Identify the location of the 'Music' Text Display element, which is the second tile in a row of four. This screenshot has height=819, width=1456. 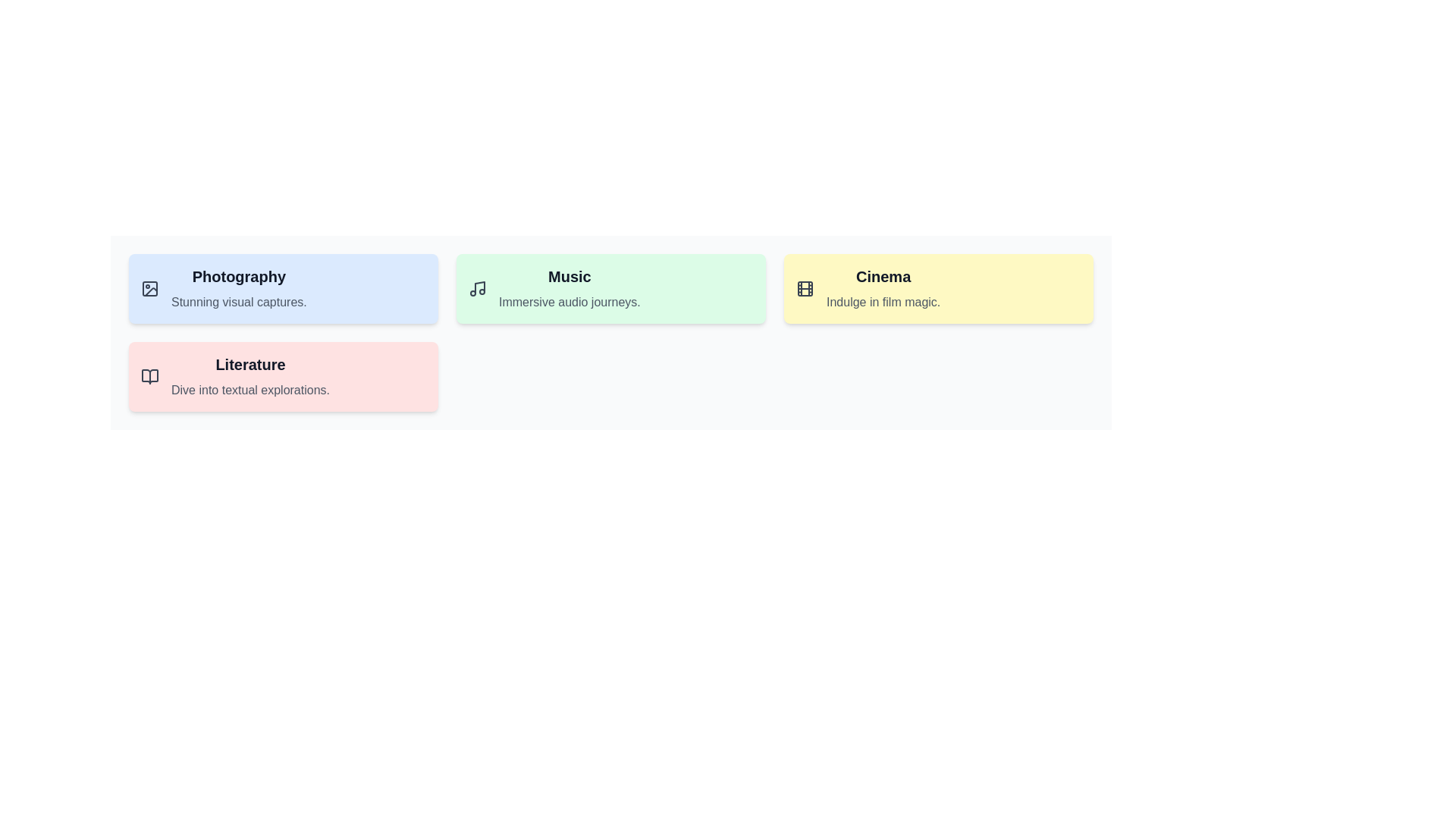
(569, 289).